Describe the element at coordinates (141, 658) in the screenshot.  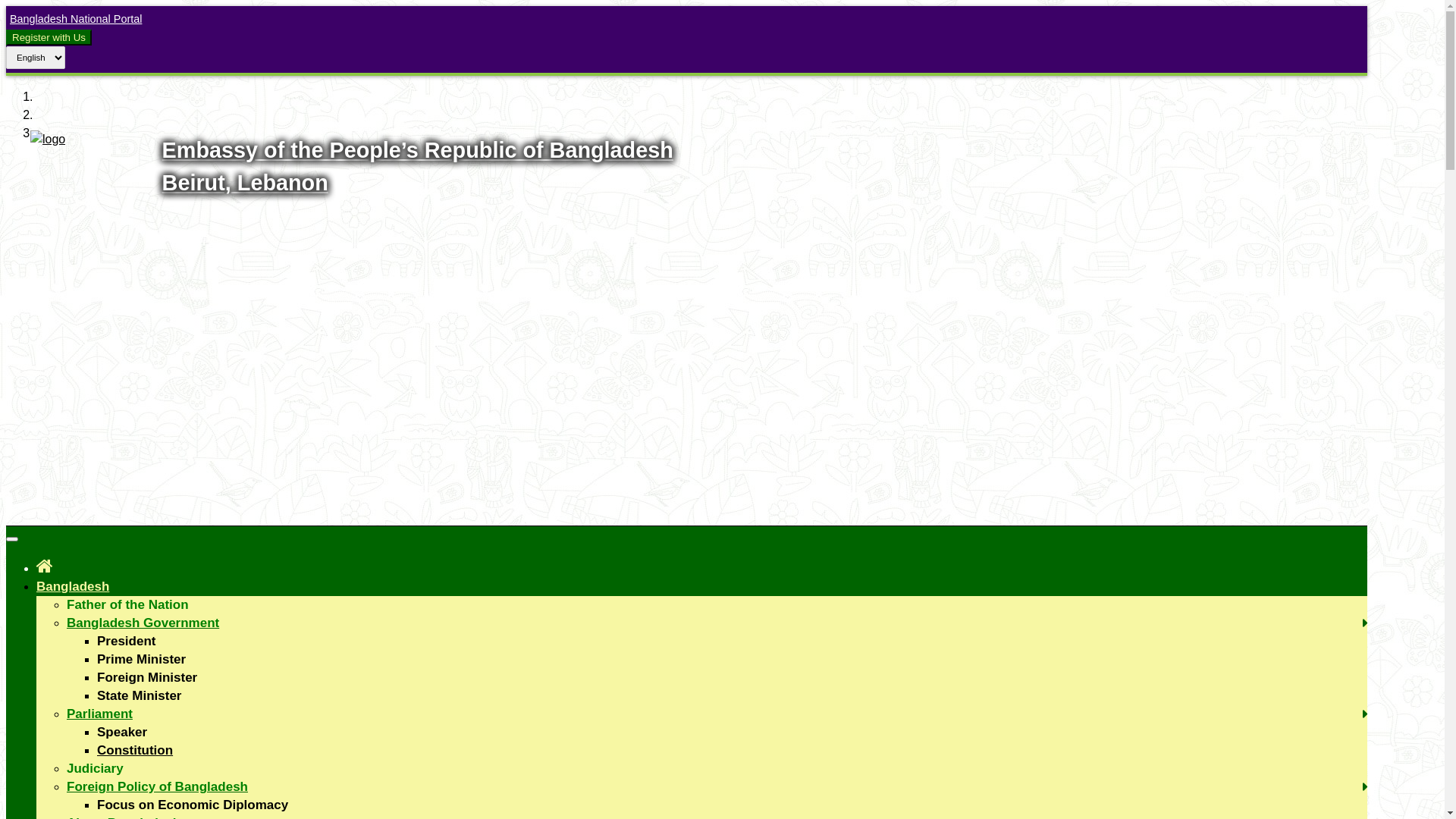
I see `'Prime Minister'` at that location.